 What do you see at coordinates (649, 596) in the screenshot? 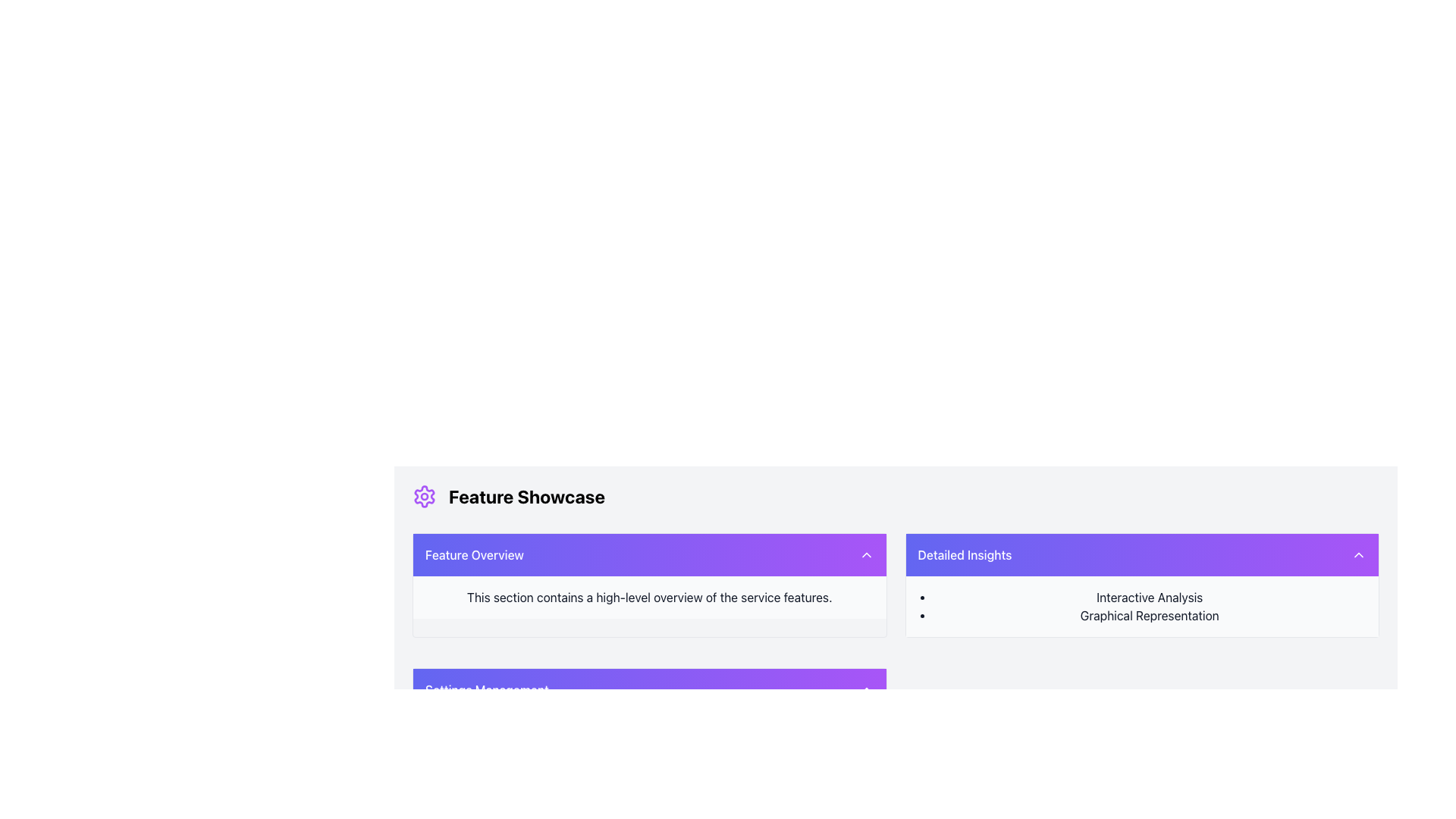
I see `text block containing the message 'This section contains a high-level overview of the service features.' located below the 'Feature Overview' header` at bounding box center [649, 596].